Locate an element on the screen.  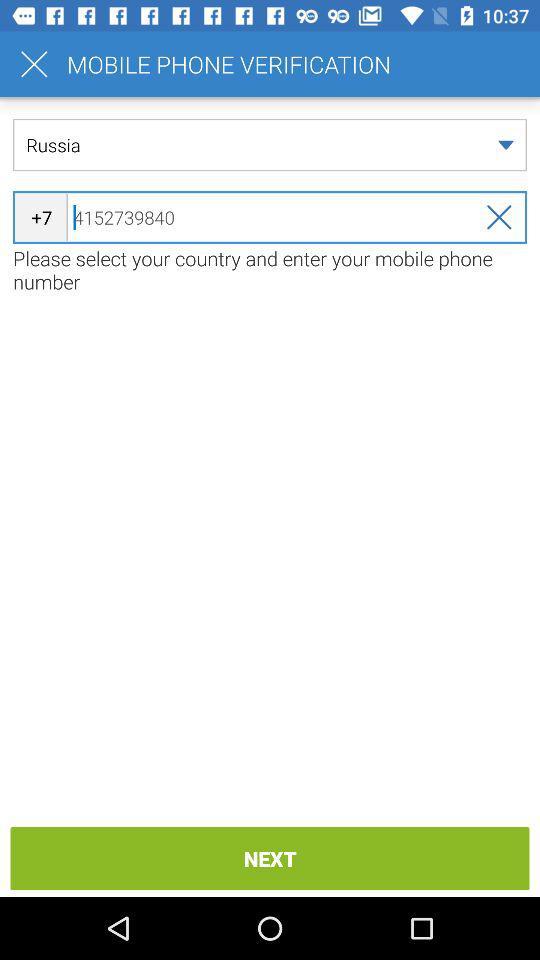
icon below the russia icon is located at coordinates (270, 217).